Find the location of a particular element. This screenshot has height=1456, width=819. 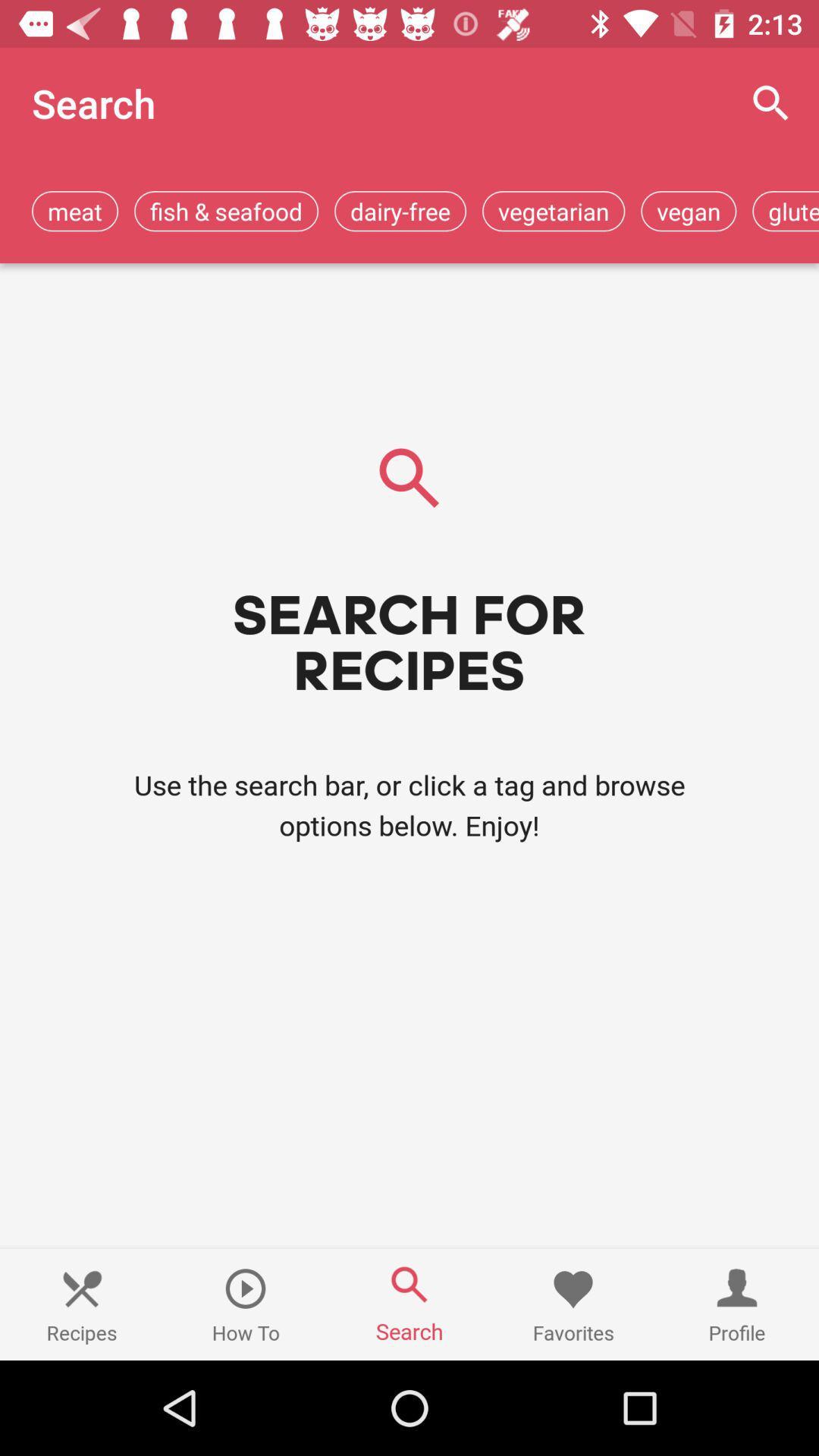

the item next to fish & seafood icon is located at coordinates (75, 210).